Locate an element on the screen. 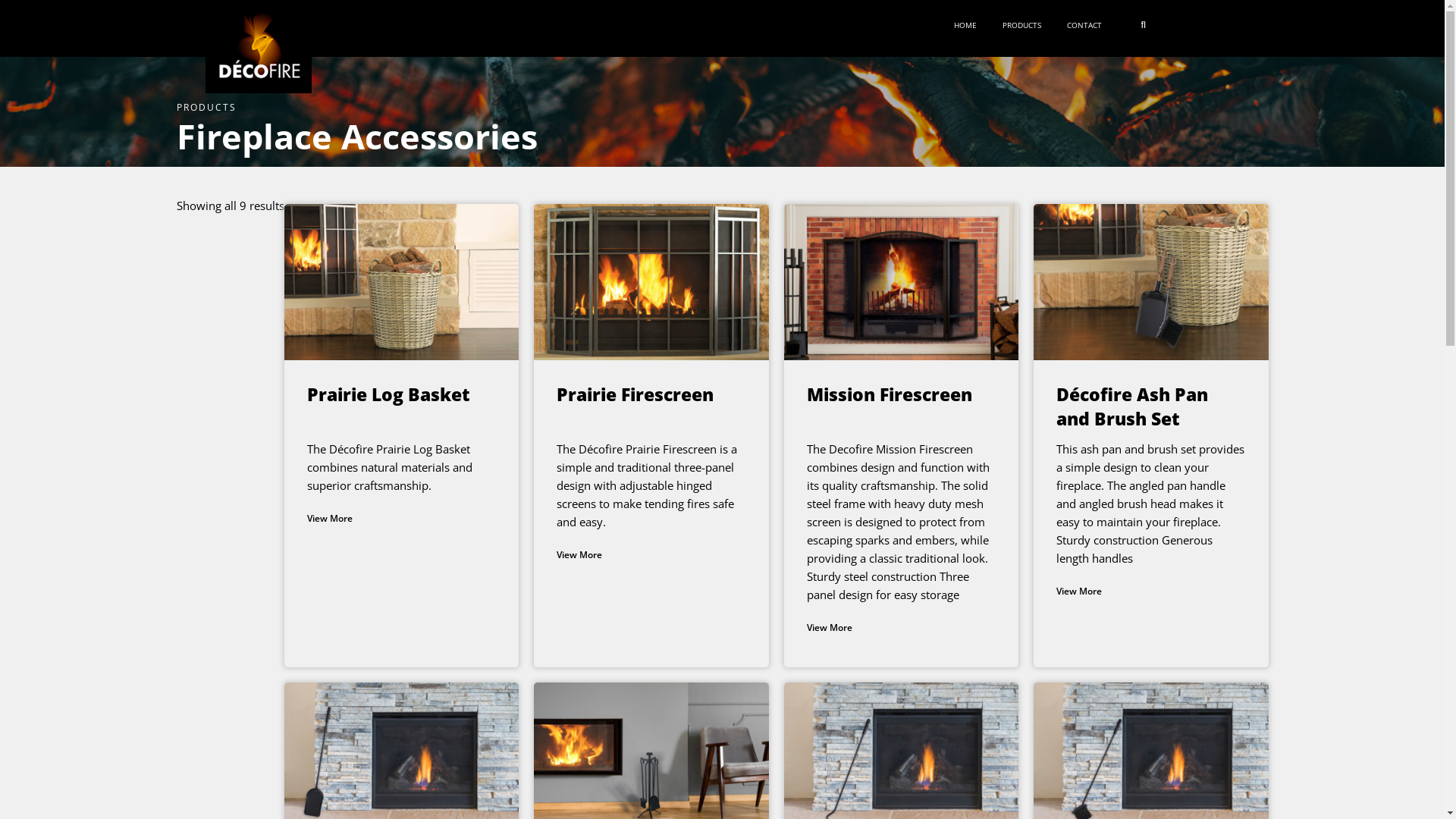  'PRODUCTS' is located at coordinates (1025, 25).